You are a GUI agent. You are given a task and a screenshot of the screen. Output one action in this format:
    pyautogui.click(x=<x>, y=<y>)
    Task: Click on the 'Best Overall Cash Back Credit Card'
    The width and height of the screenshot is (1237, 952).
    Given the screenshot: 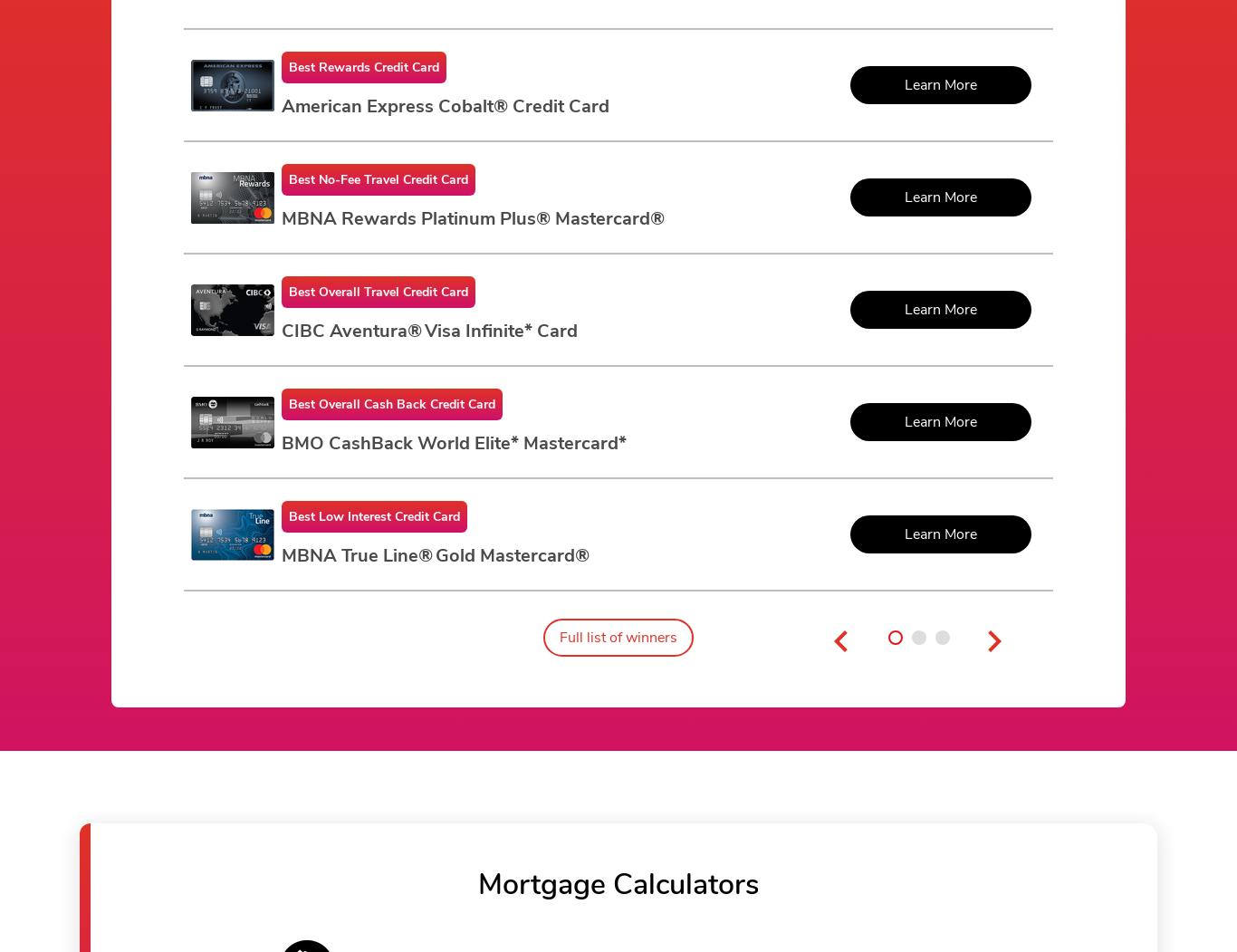 What is the action you would take?
    pyautogui.click(x=391, y=403)
    